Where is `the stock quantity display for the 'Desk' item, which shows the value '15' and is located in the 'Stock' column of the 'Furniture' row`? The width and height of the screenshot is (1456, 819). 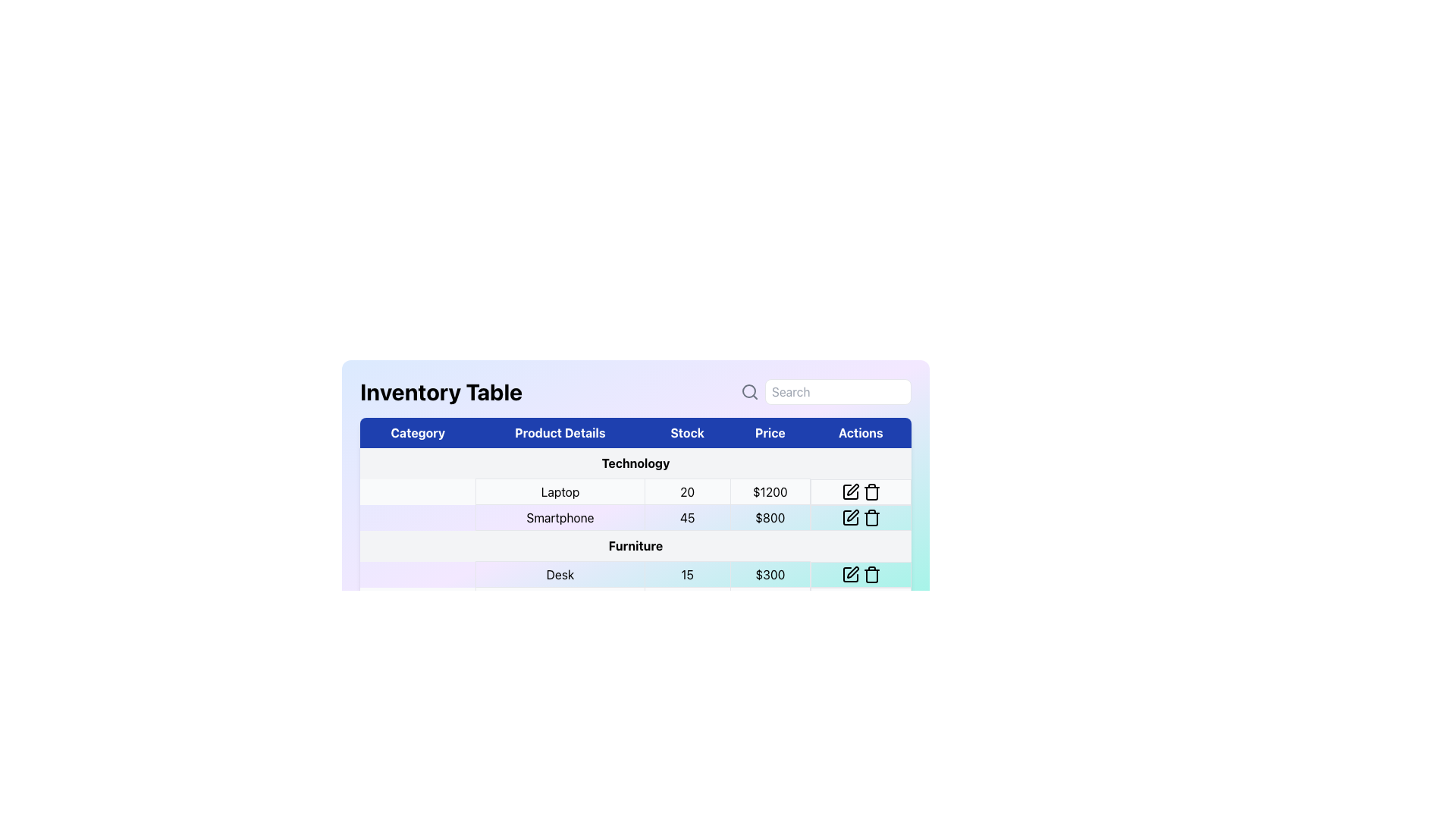
the stock quantity display for the 'Desk' item, which shows the value '15' and is located in the 'Stock' column of the 'Furniture' row is located at coordinates (686, 574).